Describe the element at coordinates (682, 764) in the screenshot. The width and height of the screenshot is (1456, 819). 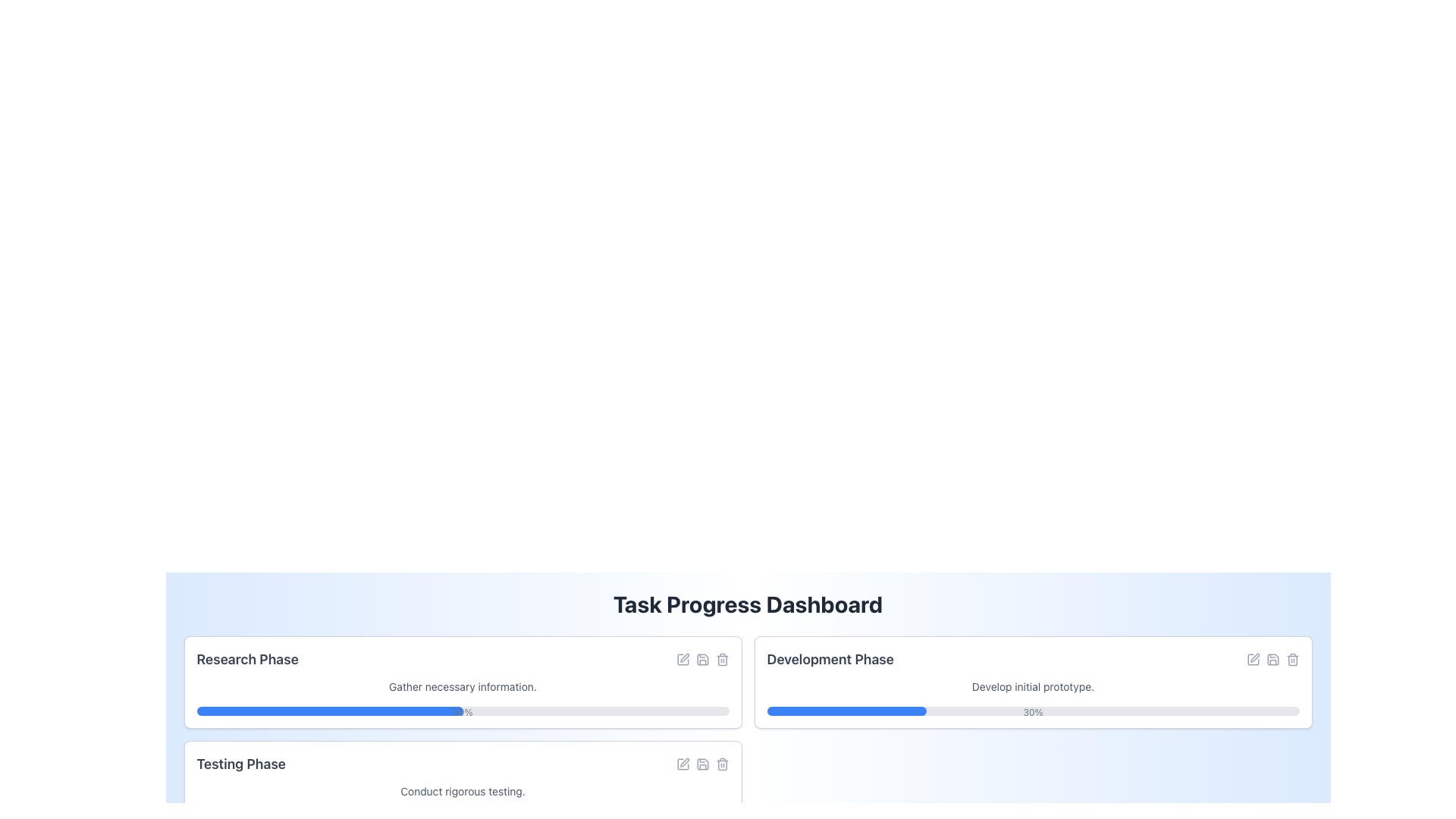
I see `the edit button icon located to the right of the 'Testing Phase' section` at that location.